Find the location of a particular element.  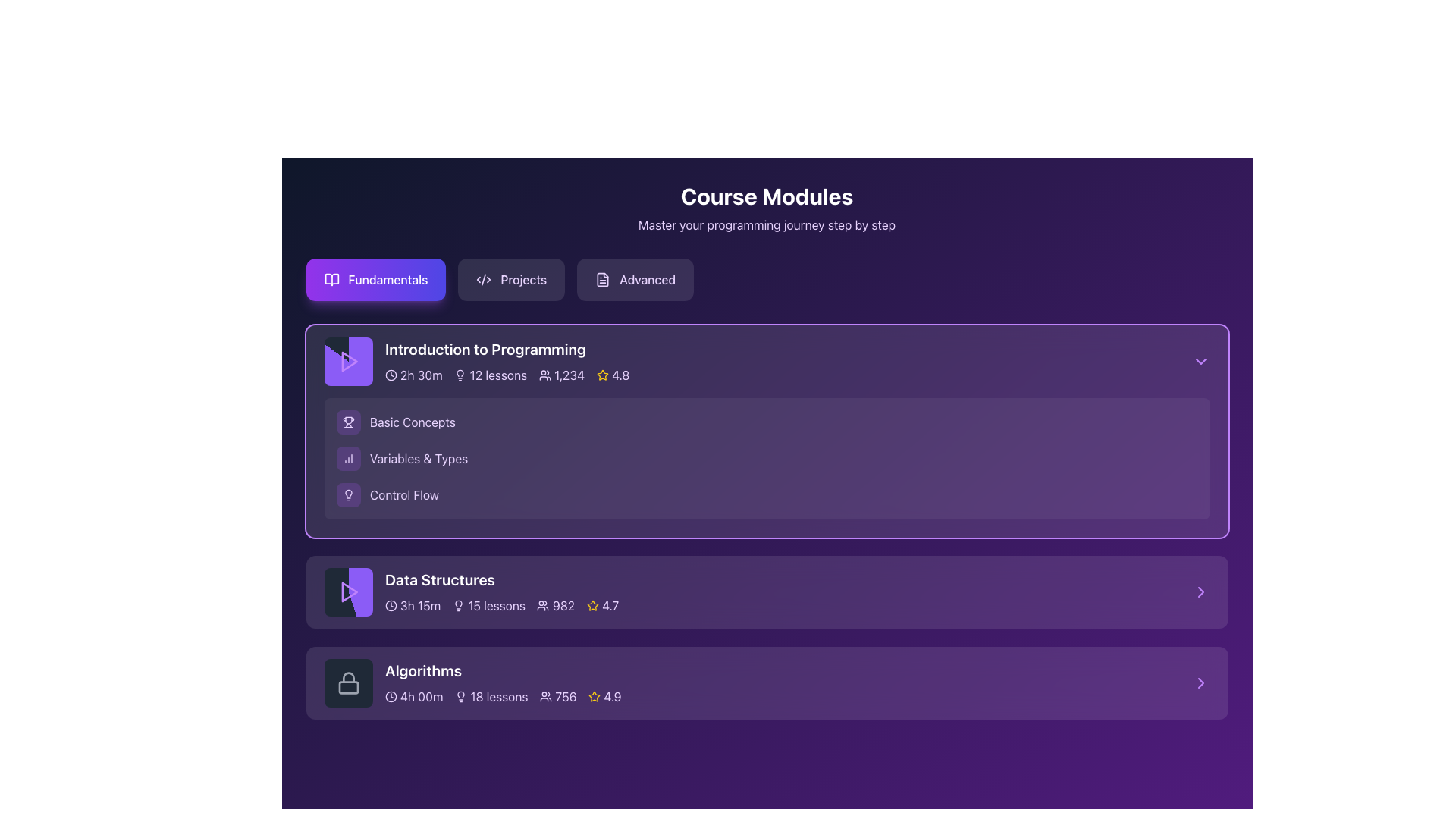

the text content of the duration indicator located in the 'Data Structures' section, which is the first element in a horizontal list detailing the course information is located at coordinates (412, 604).